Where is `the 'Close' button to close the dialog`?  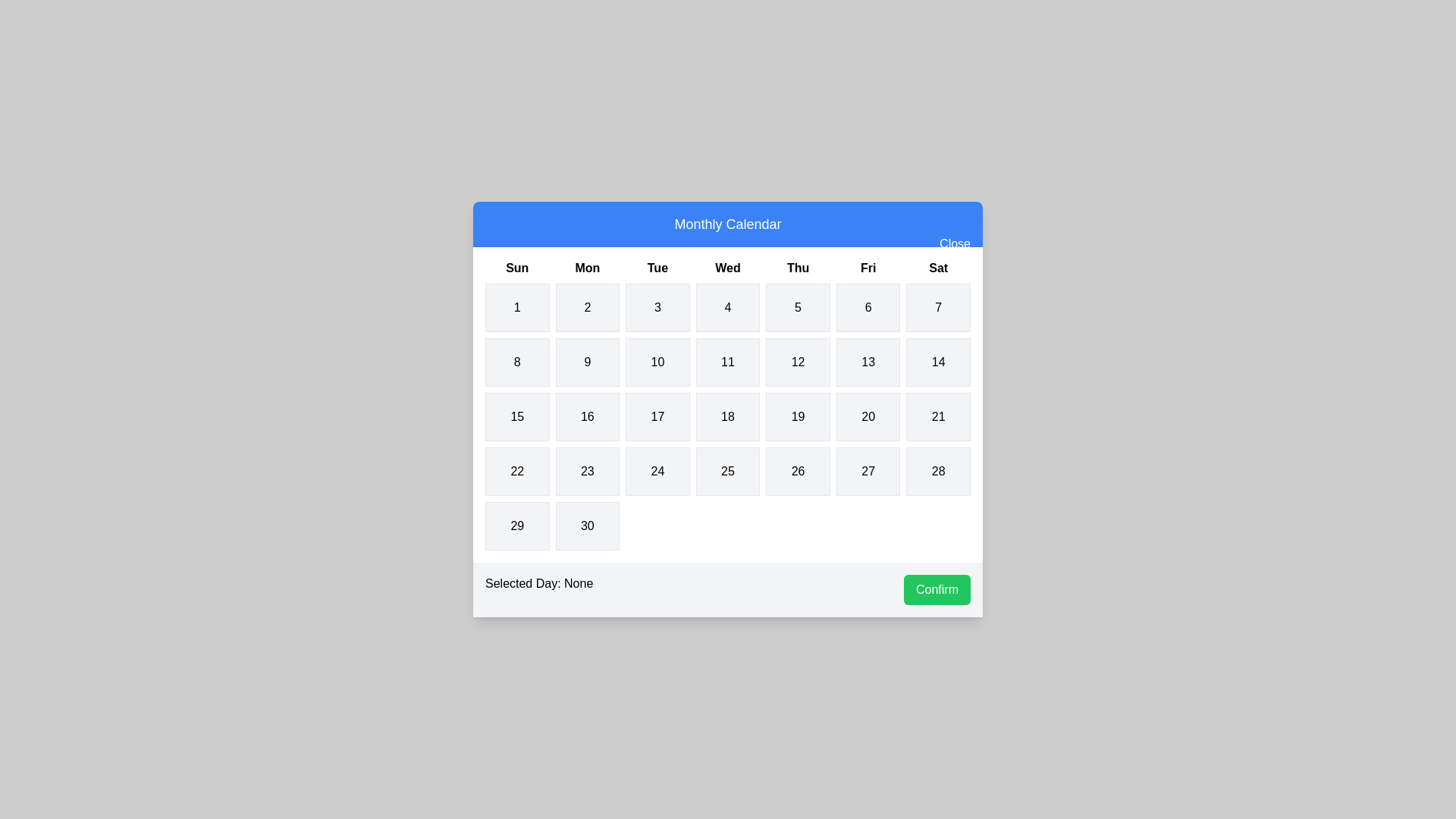 the 'Close' button to close the dialog is located at coordinates (953, 243).